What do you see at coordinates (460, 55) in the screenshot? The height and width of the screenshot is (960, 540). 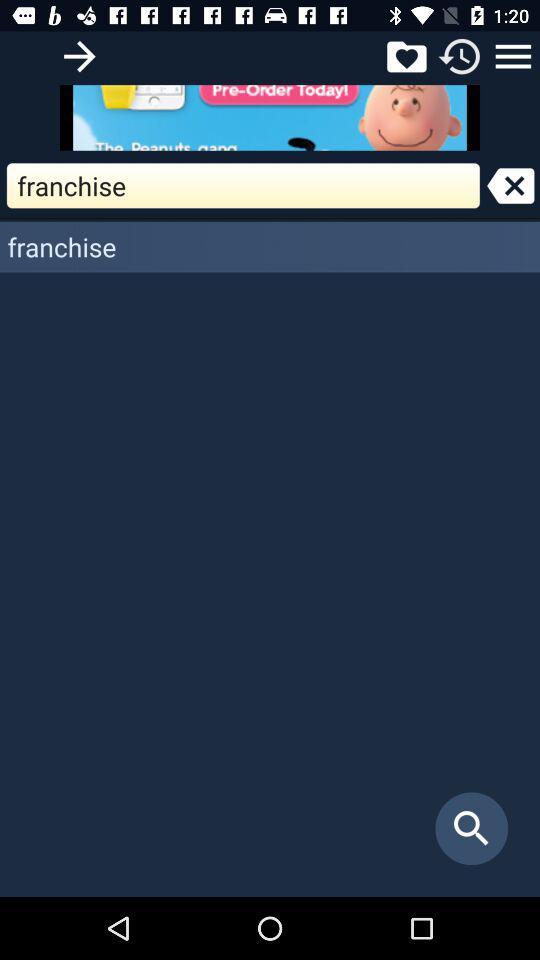 I see `the history icon` at bounding box center [460, 55].